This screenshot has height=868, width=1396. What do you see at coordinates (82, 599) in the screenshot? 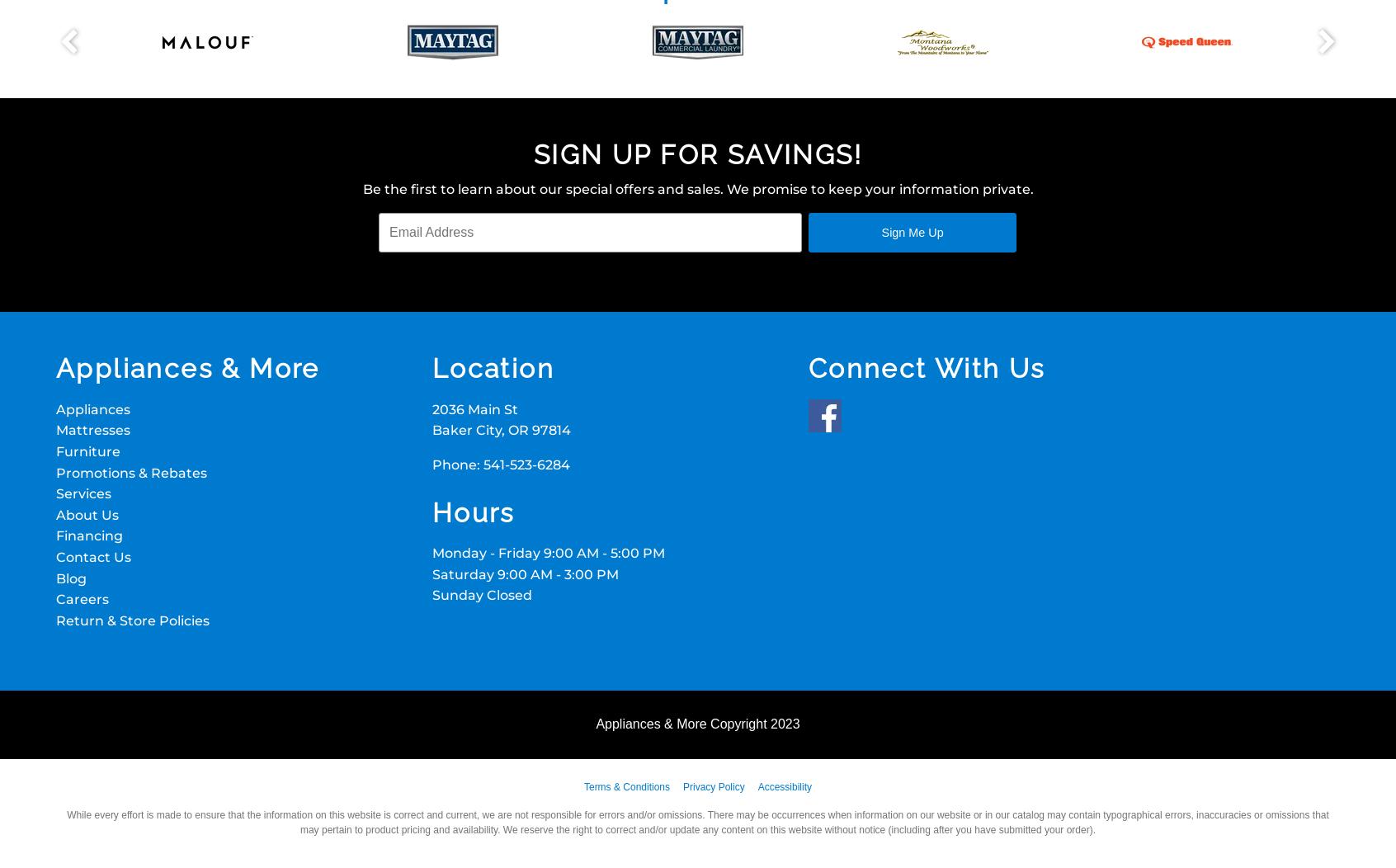
I see `'Careers'` at bounding box center [82, 599].